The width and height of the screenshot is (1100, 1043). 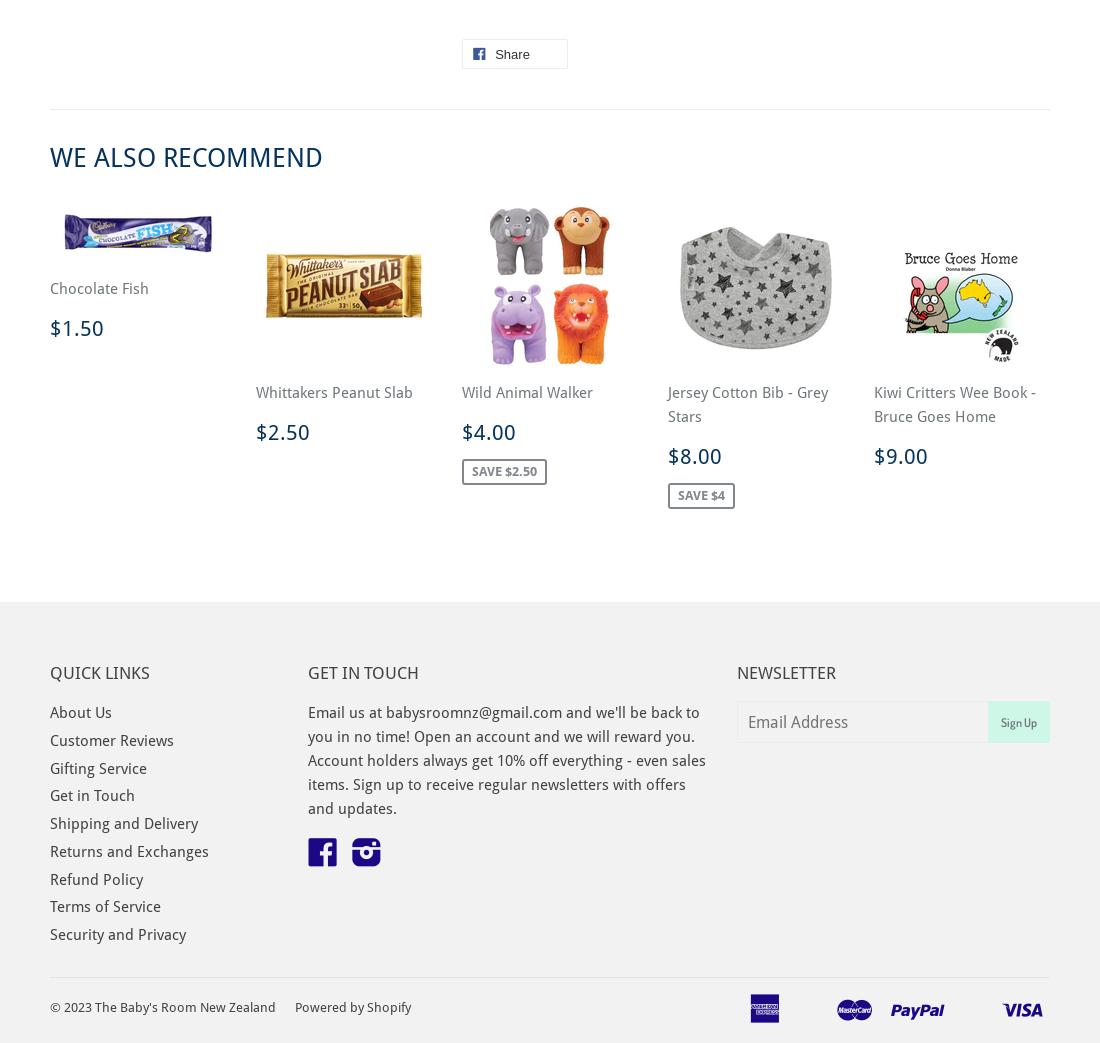 What do you see at coordinates (700, 494) in the screenshot?
I see `'Save $4'` at bounding box center [700, 494].